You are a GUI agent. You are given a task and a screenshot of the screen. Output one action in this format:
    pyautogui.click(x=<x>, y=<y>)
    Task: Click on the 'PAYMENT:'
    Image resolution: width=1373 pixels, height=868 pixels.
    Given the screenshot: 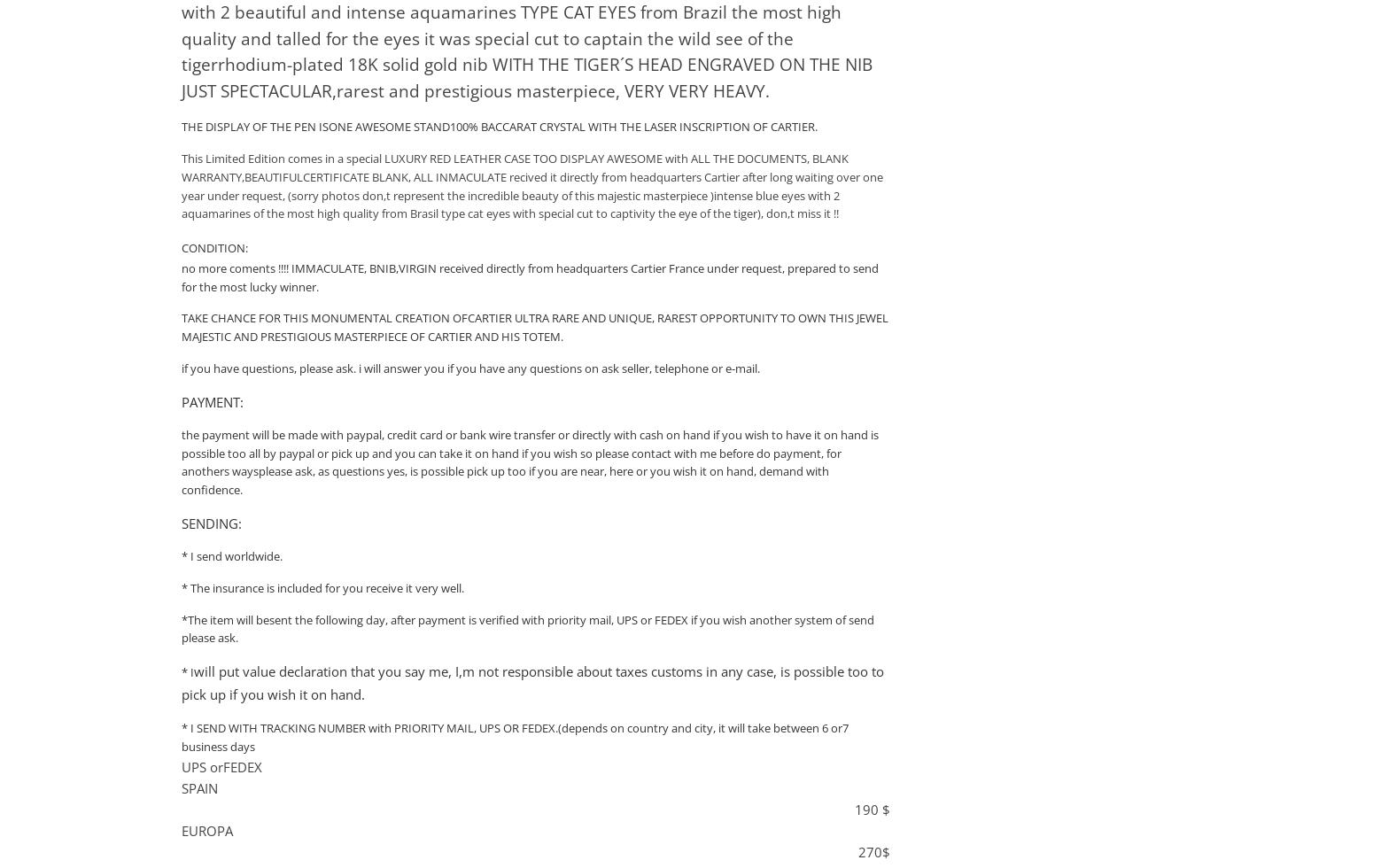 What is the action you would take?
    pyautogui.click(x=212, y=400)
    